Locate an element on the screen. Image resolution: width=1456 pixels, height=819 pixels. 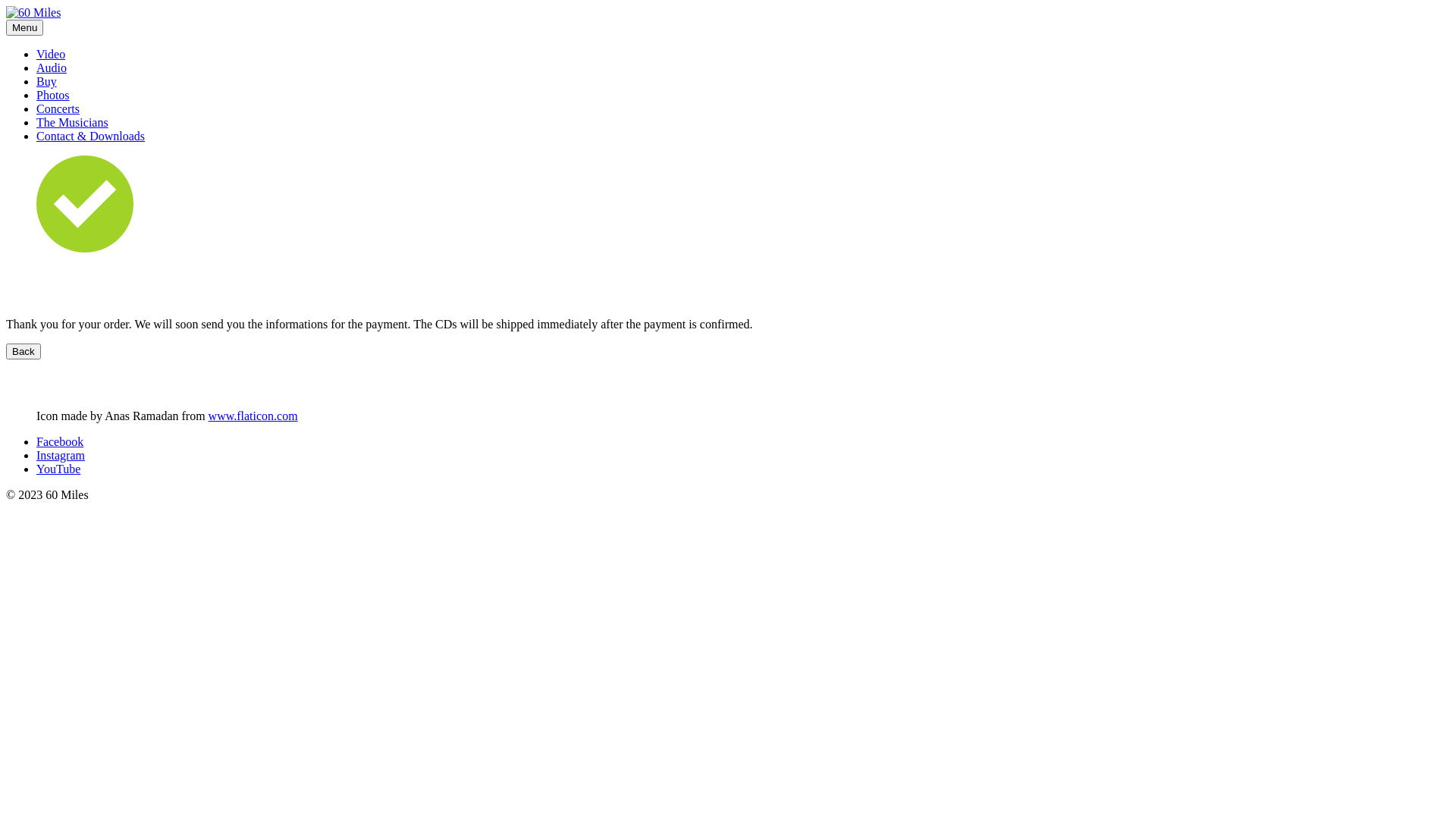
'Back' is located at coordinates (23, 351).